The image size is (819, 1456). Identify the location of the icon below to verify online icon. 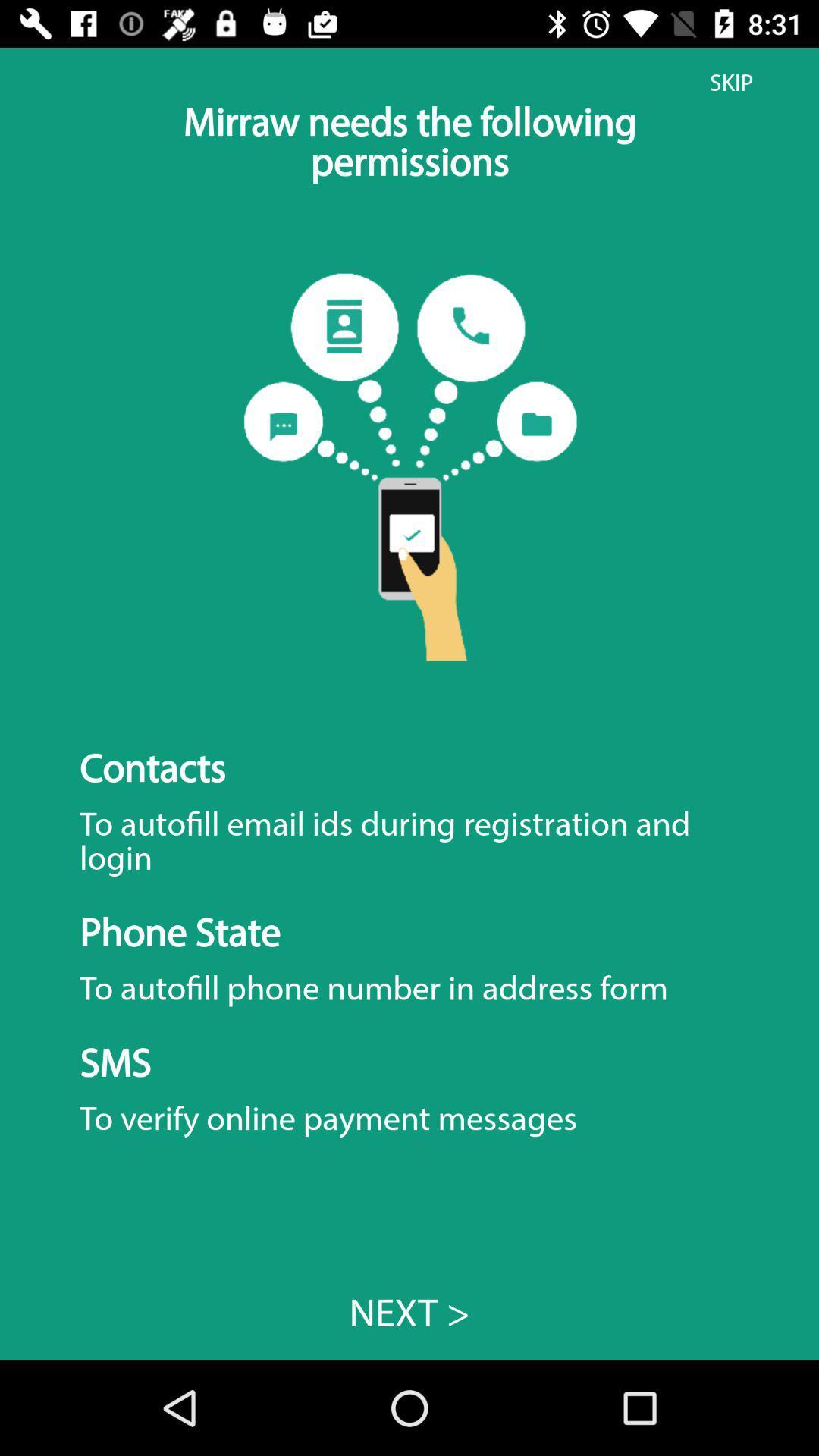
(409, 1312).